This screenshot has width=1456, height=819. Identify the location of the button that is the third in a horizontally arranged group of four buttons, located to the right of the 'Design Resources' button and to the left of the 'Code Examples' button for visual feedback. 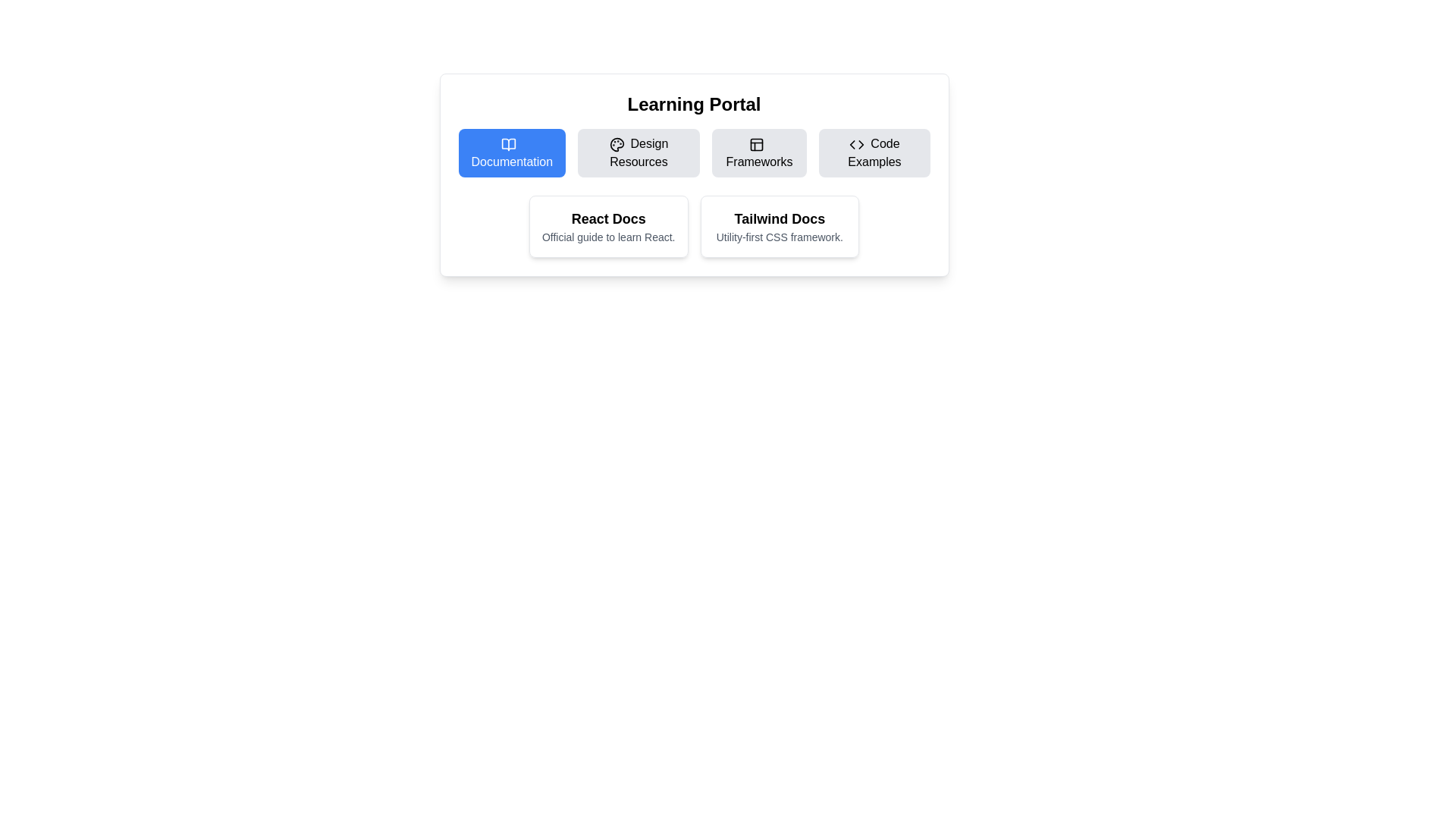
(759, 152).